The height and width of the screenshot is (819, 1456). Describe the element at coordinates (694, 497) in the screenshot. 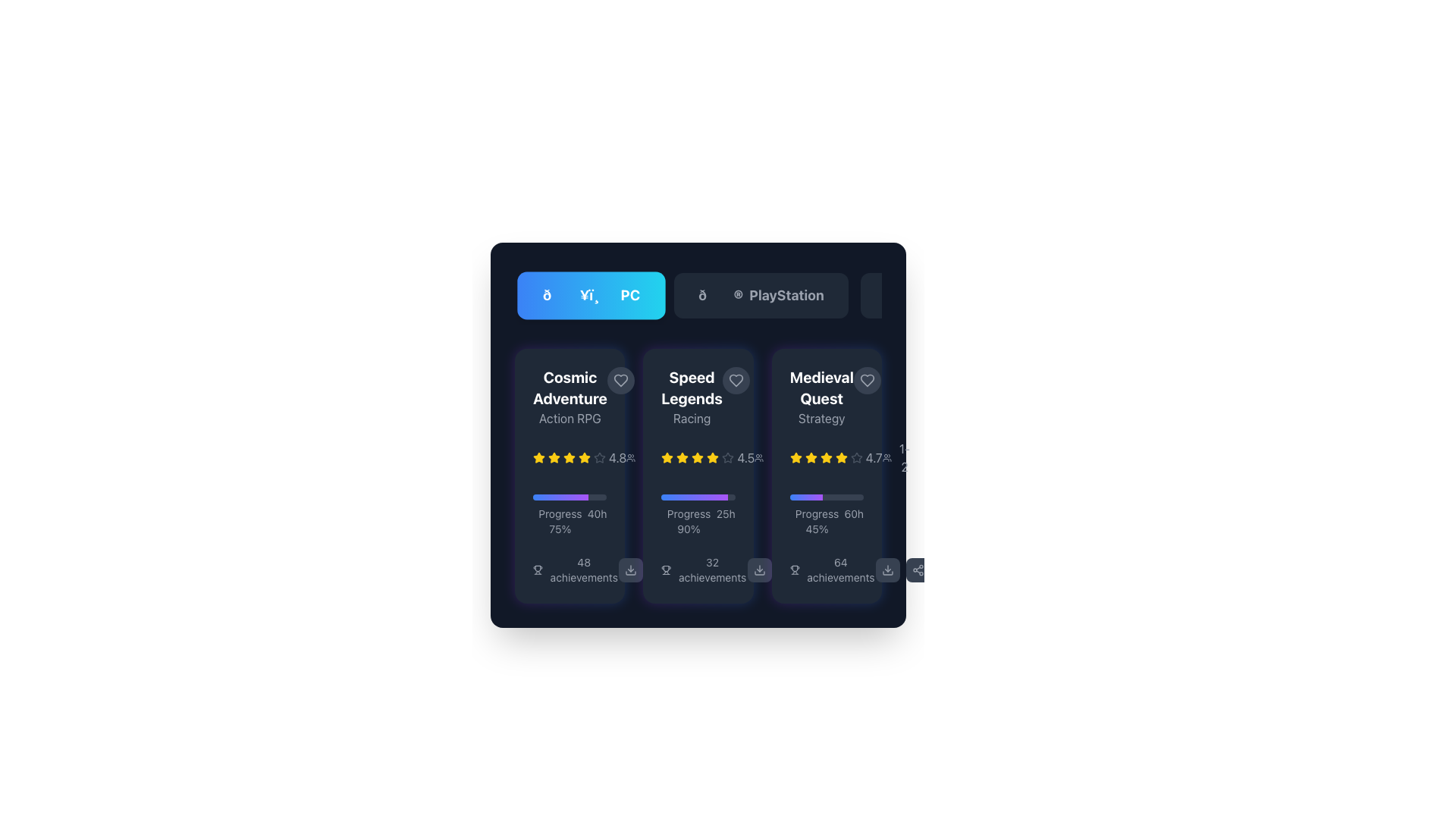

I see `the progress bar located in the 'Speed Legends' card, which visually represents the progress of a task, situated between the star rating and the 'Progress 25h 90%' text` at that location.